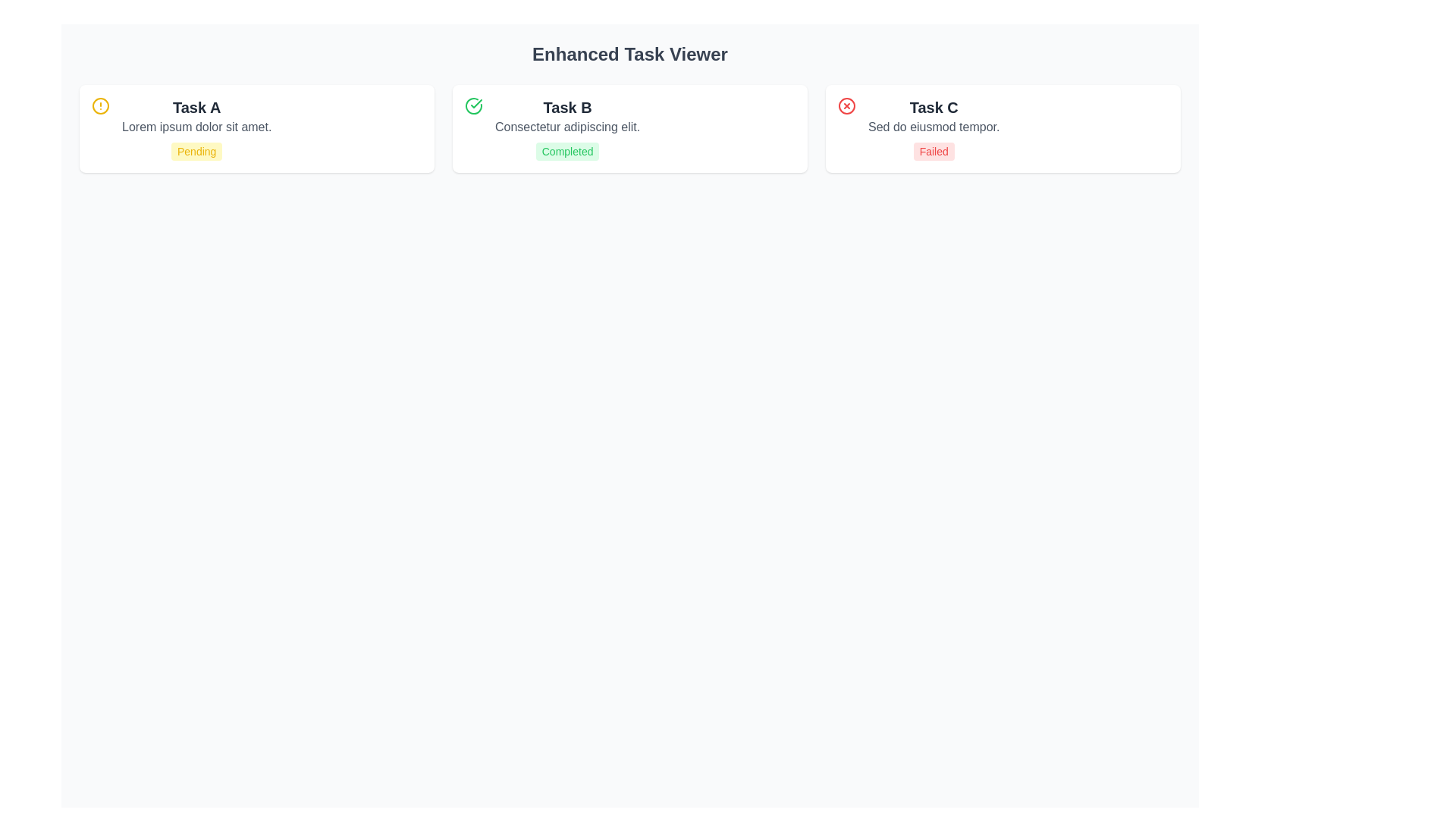 Image resolution: width=1456 pixels, height=819 pixels. What do you see at coordinates (475, 103) in the screenshot?
I see `the completion status icon for 'Task B', which indicates that the task is completed and is located at the beginning of the 'Task B' card in the middle of the three cards` at bounding box center [475, 103].